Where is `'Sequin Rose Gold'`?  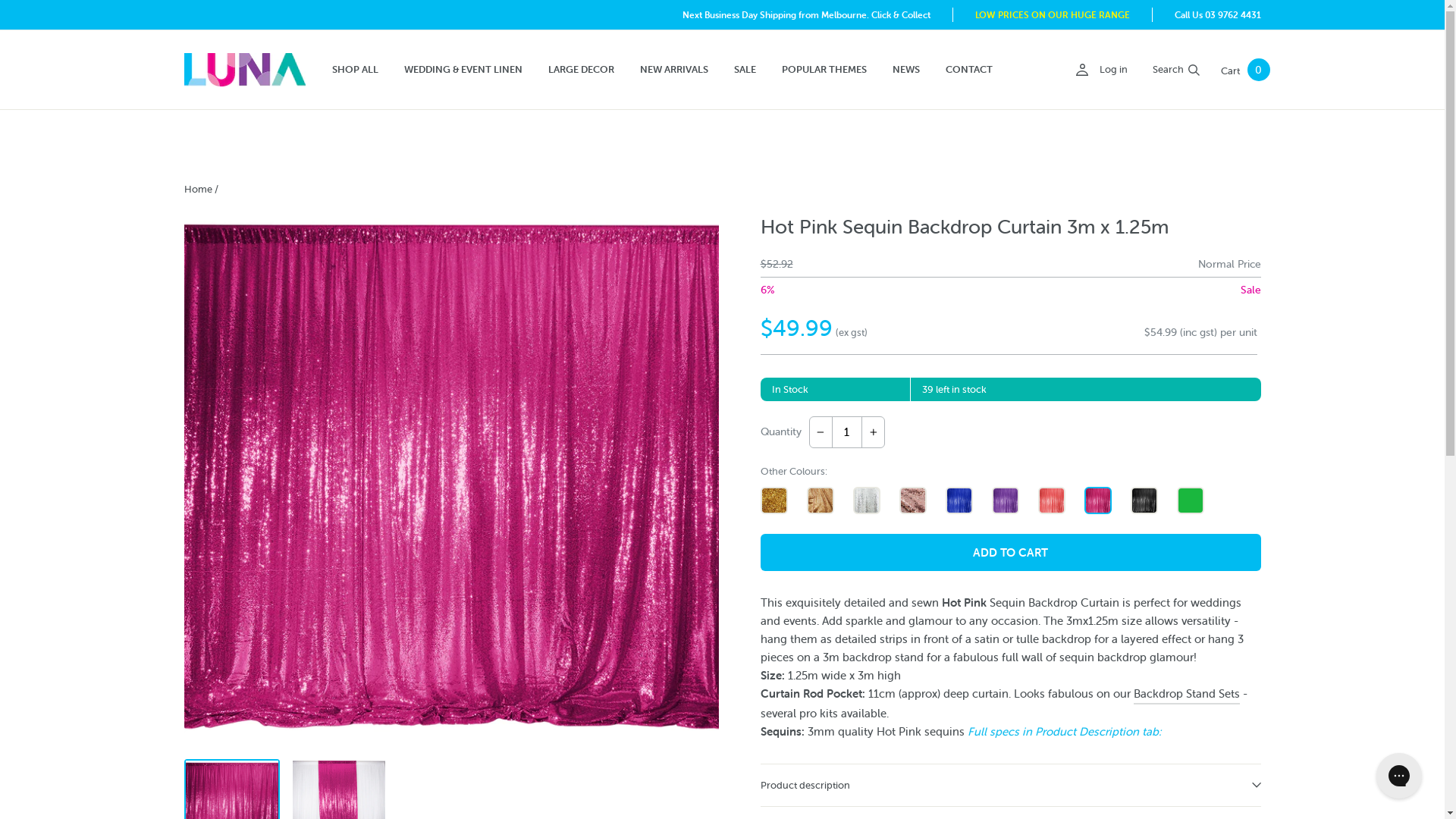
'Sequin Rose Gold' is located at coordinates (899, 500).